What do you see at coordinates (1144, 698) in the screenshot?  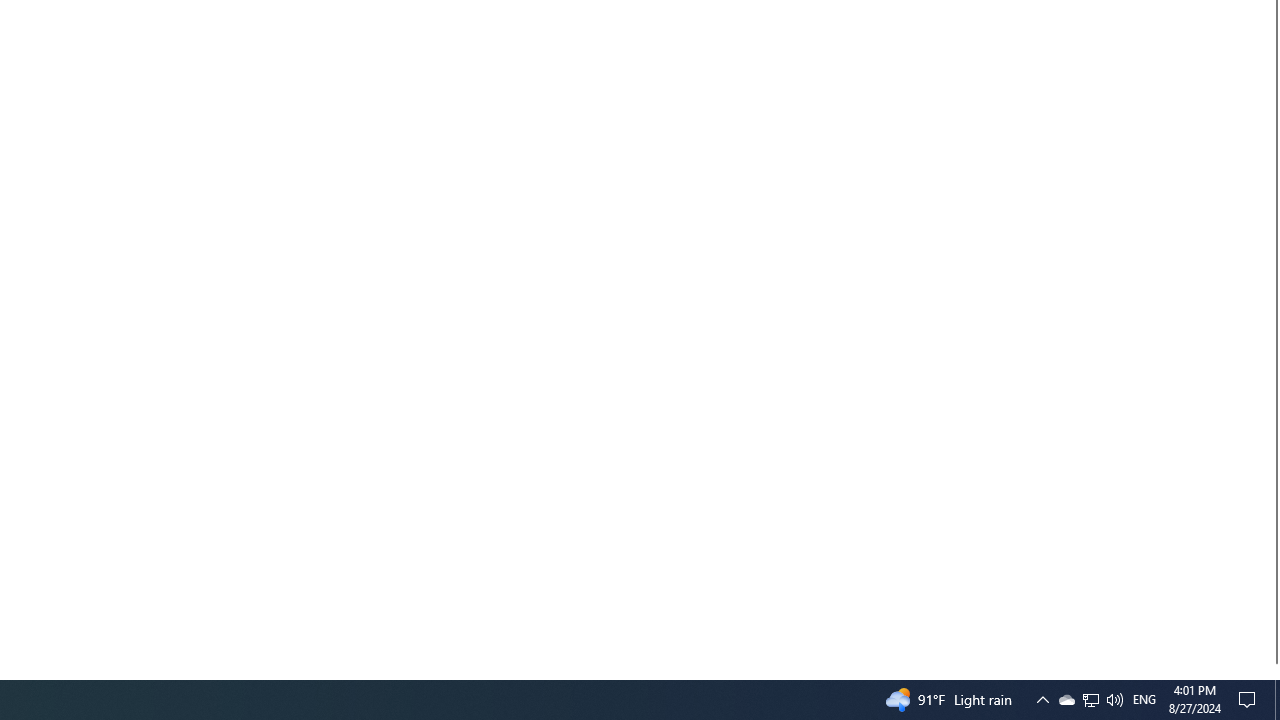 I see `'Tray Input Indicator - English (United States)'` at bounding box center [1144, 698].